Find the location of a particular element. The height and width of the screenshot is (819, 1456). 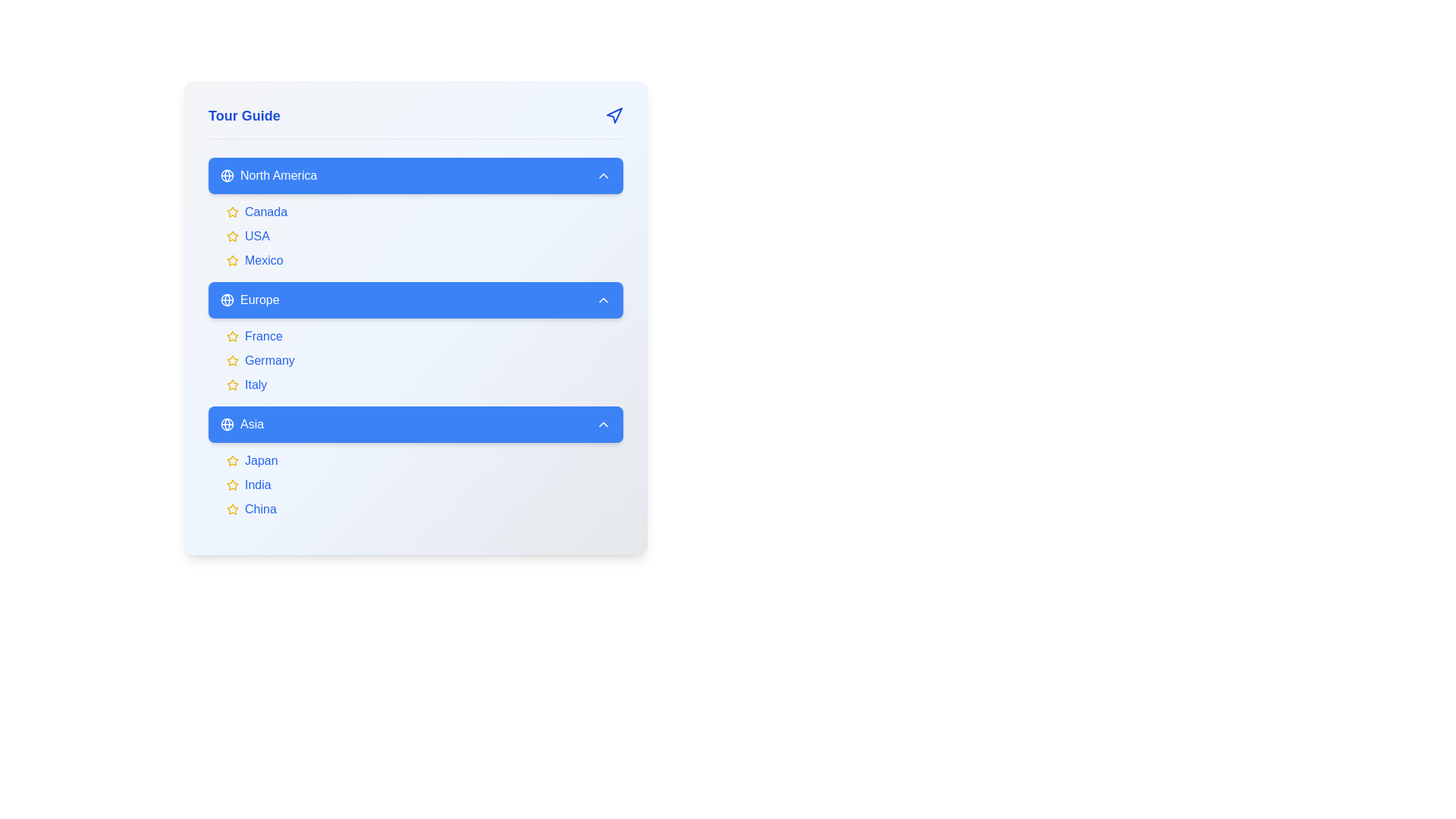

the 'Canada' hyperlink, which is the first item in the 'North America' section is located at coordinates (425, 212).